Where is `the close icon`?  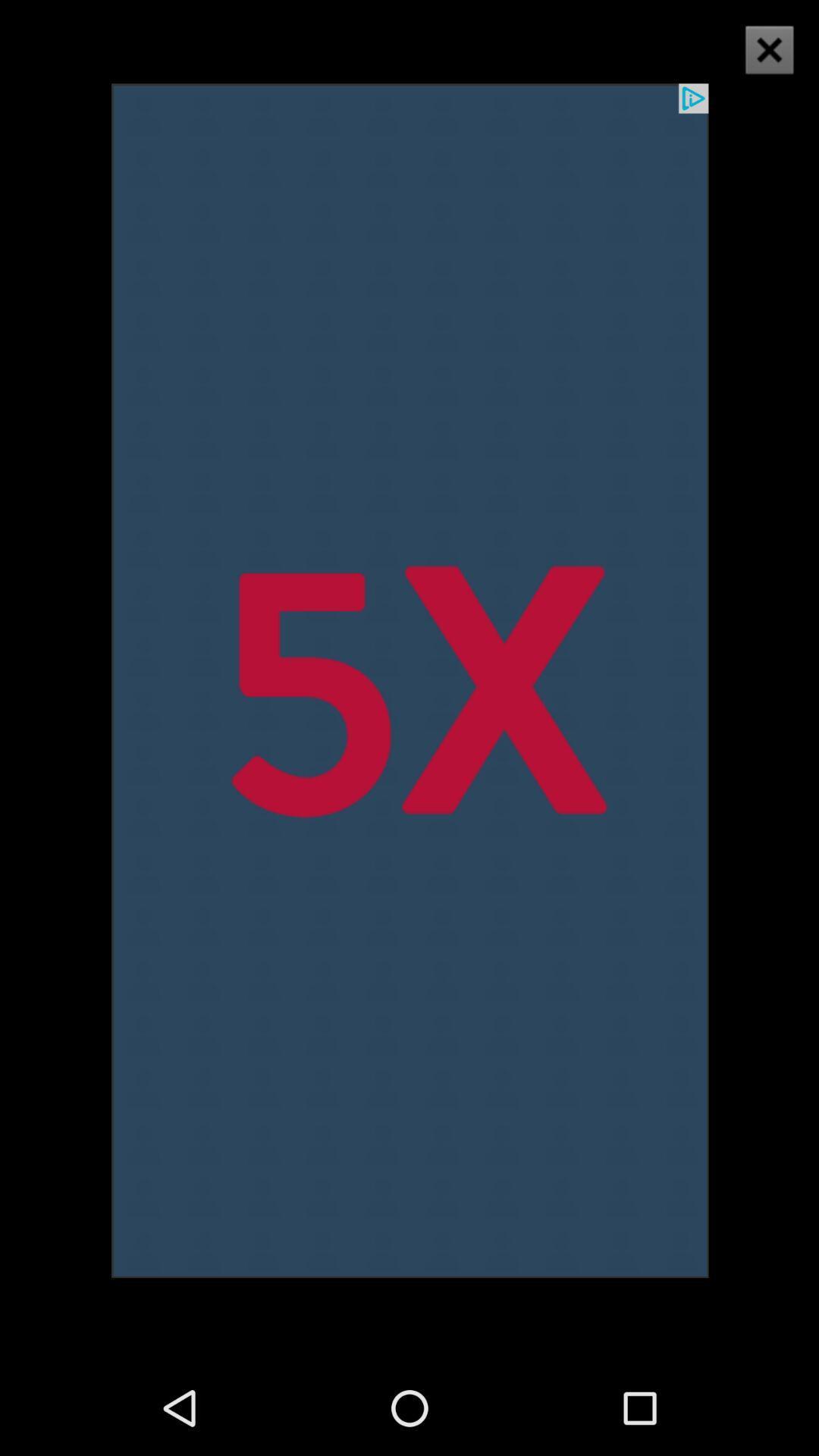 the close icon is located at coordinates (769, 53).